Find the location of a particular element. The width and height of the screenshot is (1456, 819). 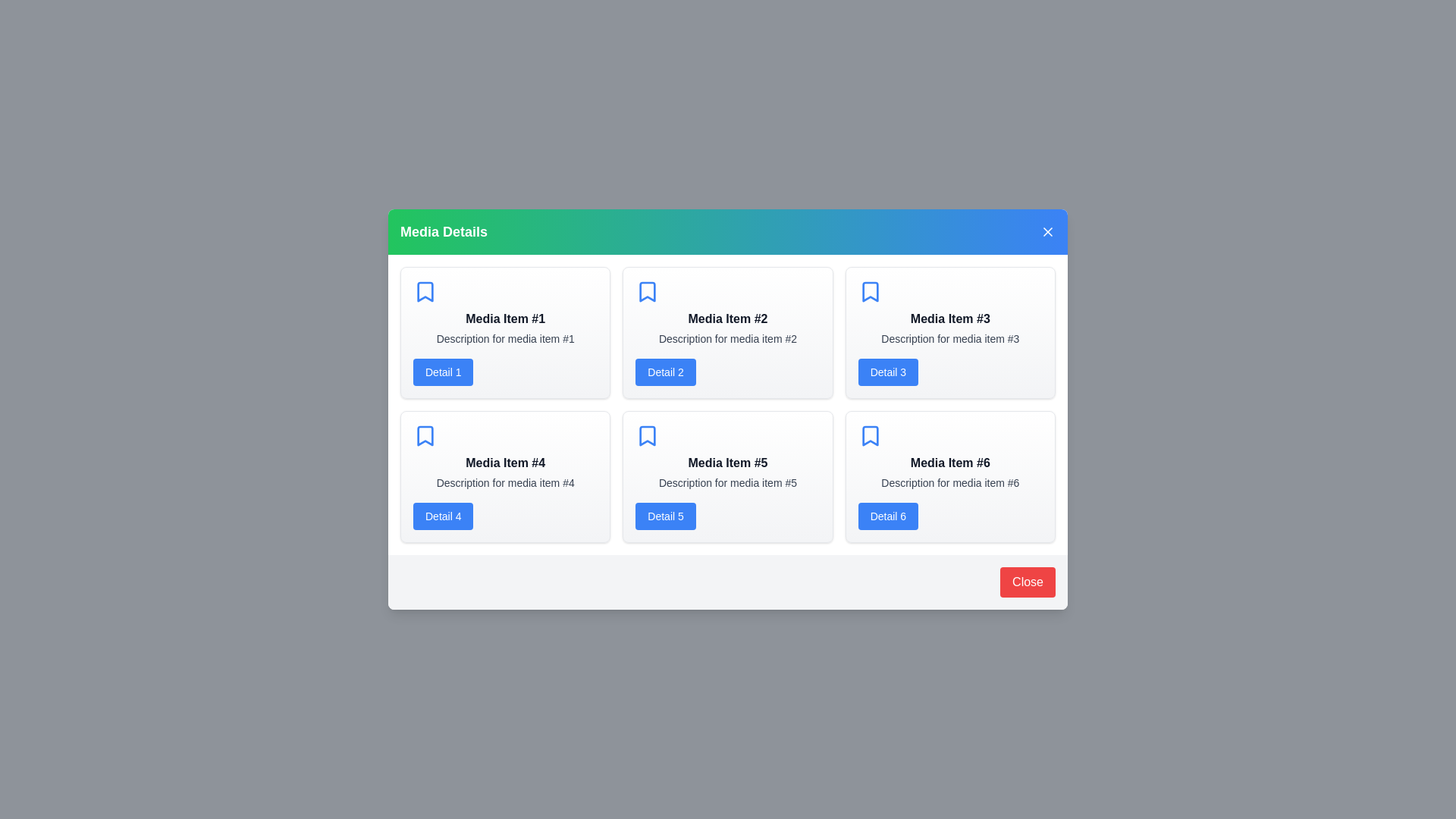

the 'Detail 2' button for a specific media item is located at coordinates (666, 372).